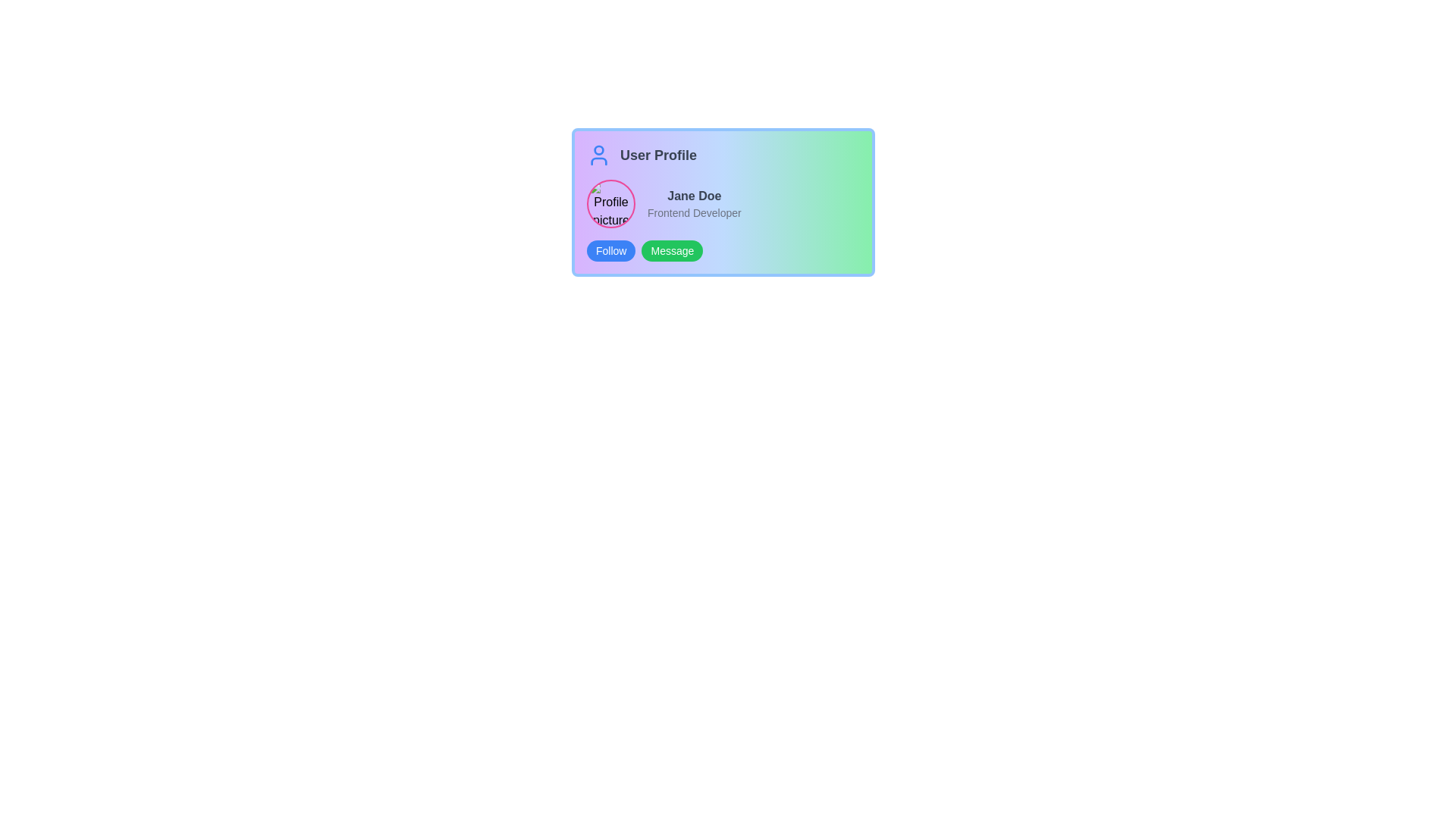 The image size is (1456, 819). I want to click on the decorative circle element representing the user's head within the user profile icon, located at the upper-center area just above the torso representation, so click(598, 149).